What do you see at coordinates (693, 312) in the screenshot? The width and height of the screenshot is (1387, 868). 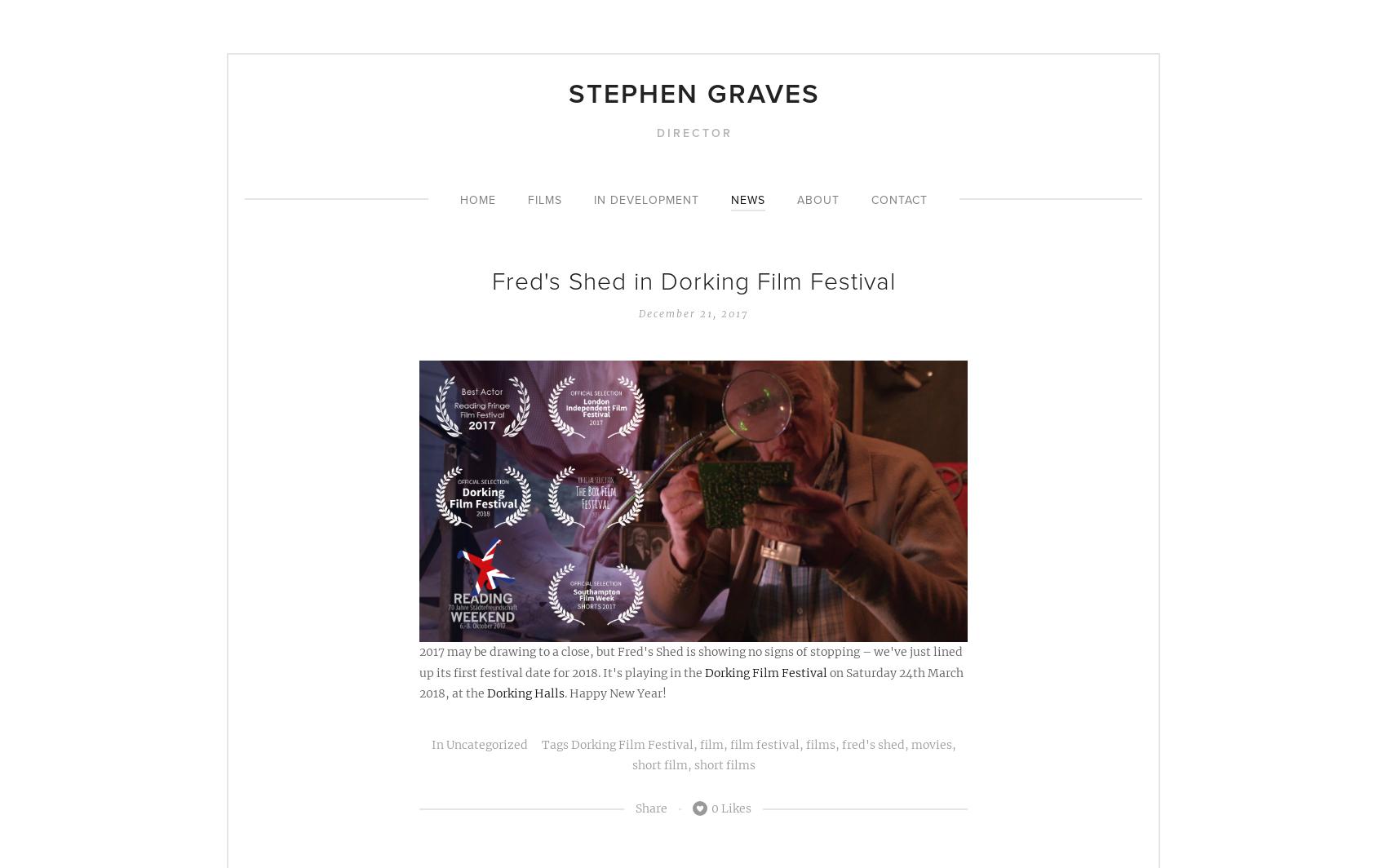 I see `'December 21, 2017'` at bounding box center [693, 312].